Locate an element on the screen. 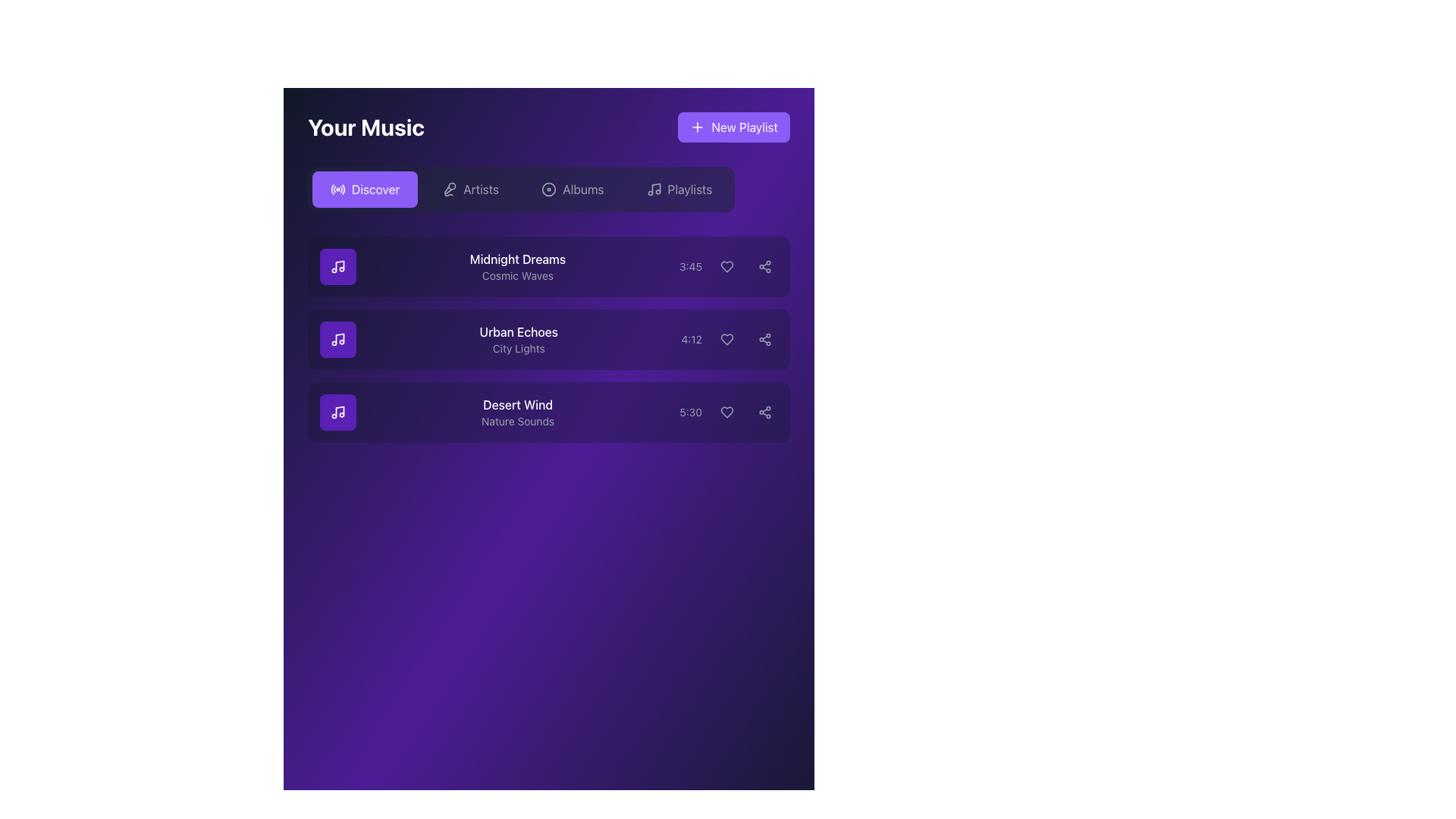  the text label displaying 'Cosmic Waves' in a small, gray font, which is positioned below the 'Midnight Dreams' label in a vertically stacked list of music entries is located at coordinates (517, 275).